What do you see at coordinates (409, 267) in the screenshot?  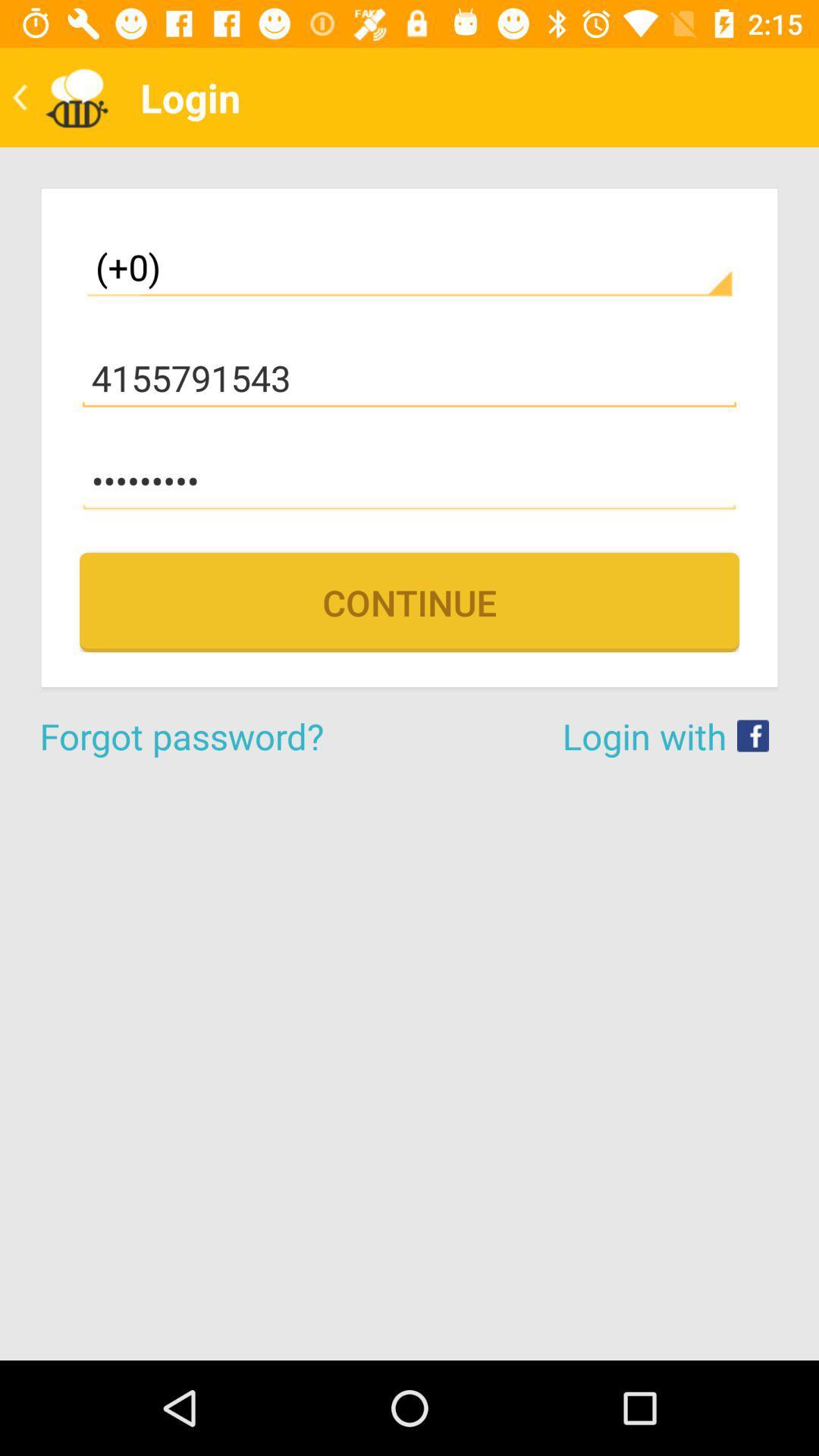 I see `the item above the 4155791543 item` at bounding box center [409, 267].